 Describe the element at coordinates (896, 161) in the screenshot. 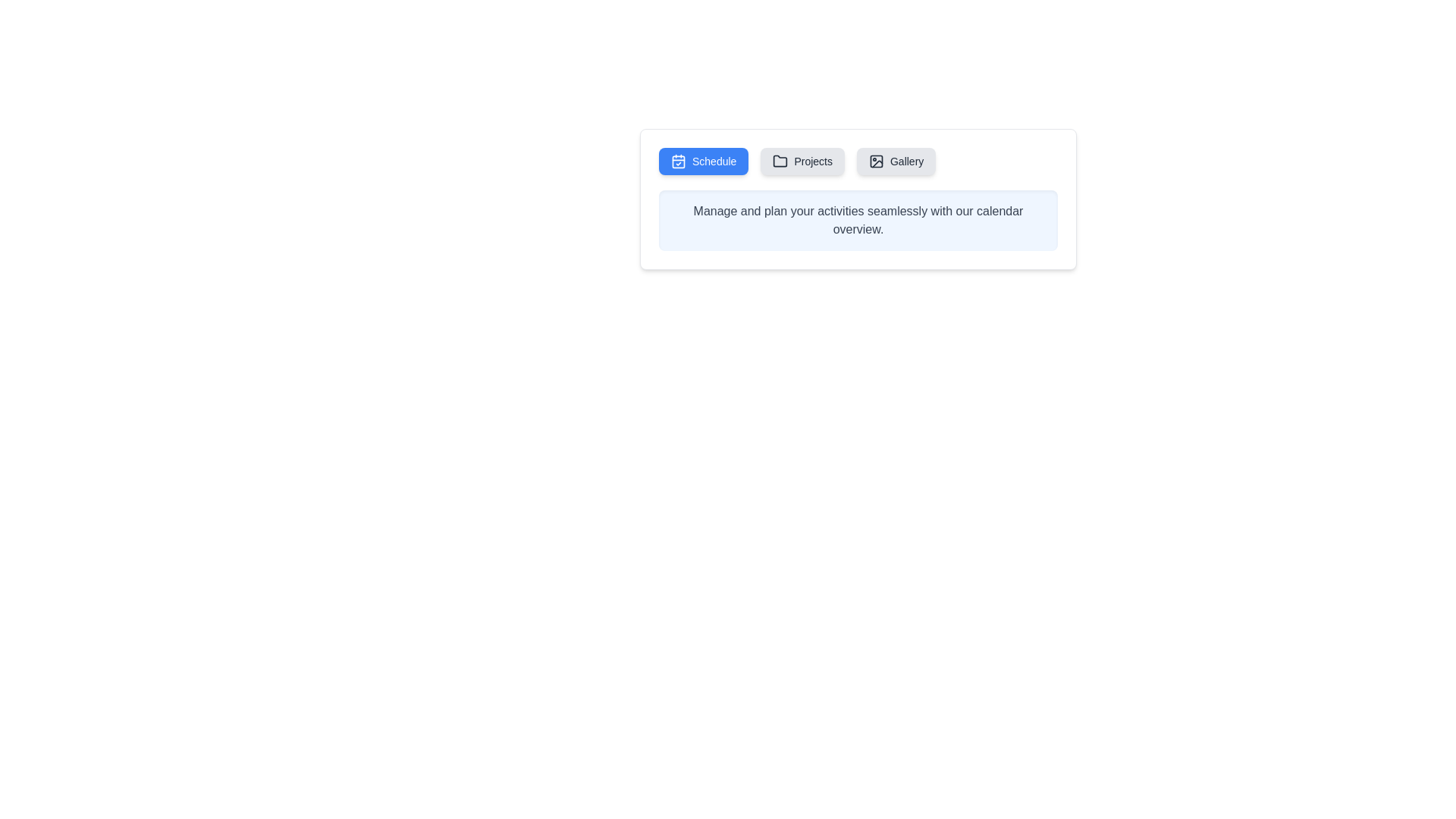

I see `the Gallery tab to observe its hover effect` at that location.